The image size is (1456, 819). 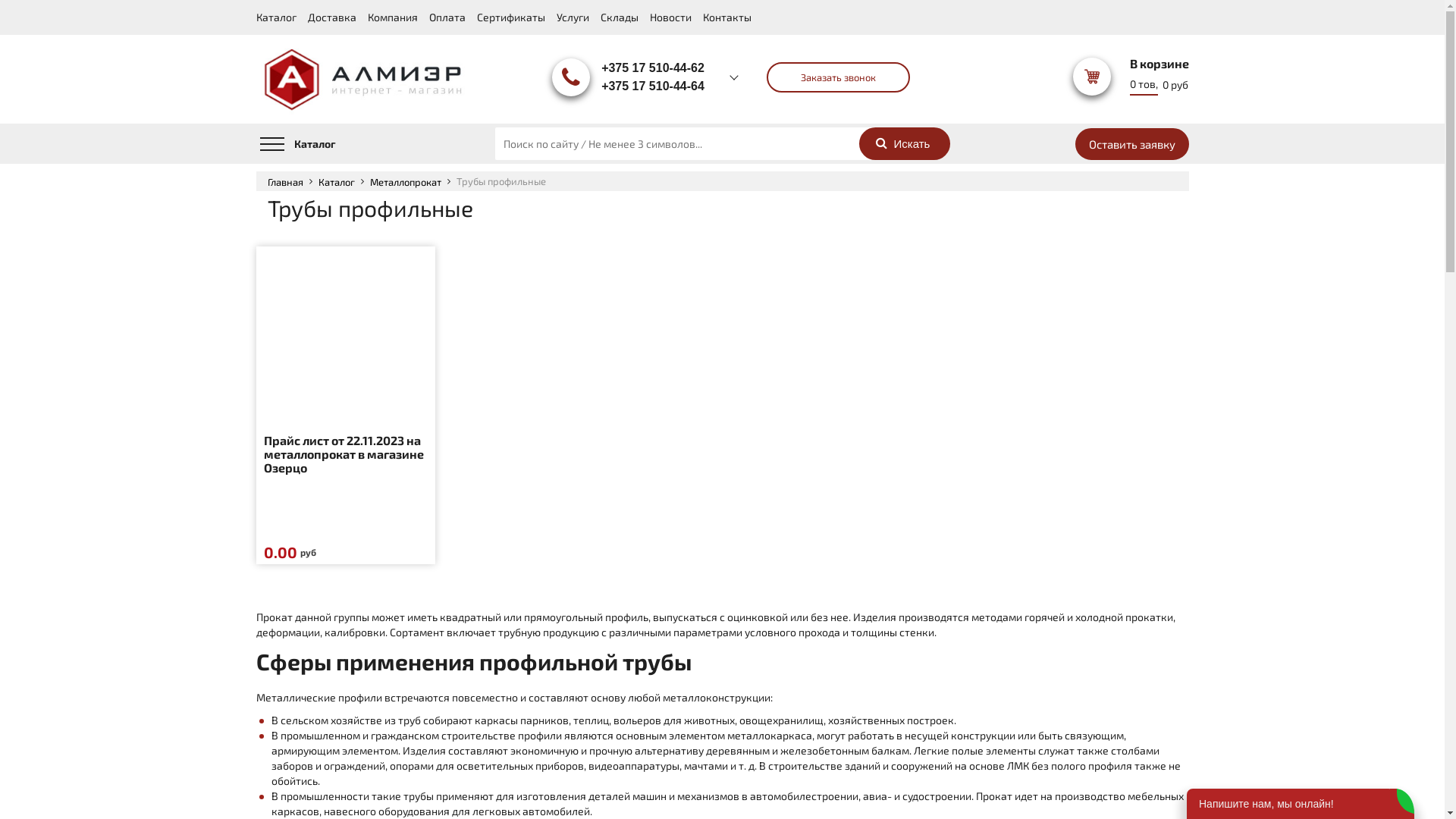 I want to click on '+375 17 510-44-62', so click(x=600, y=66).